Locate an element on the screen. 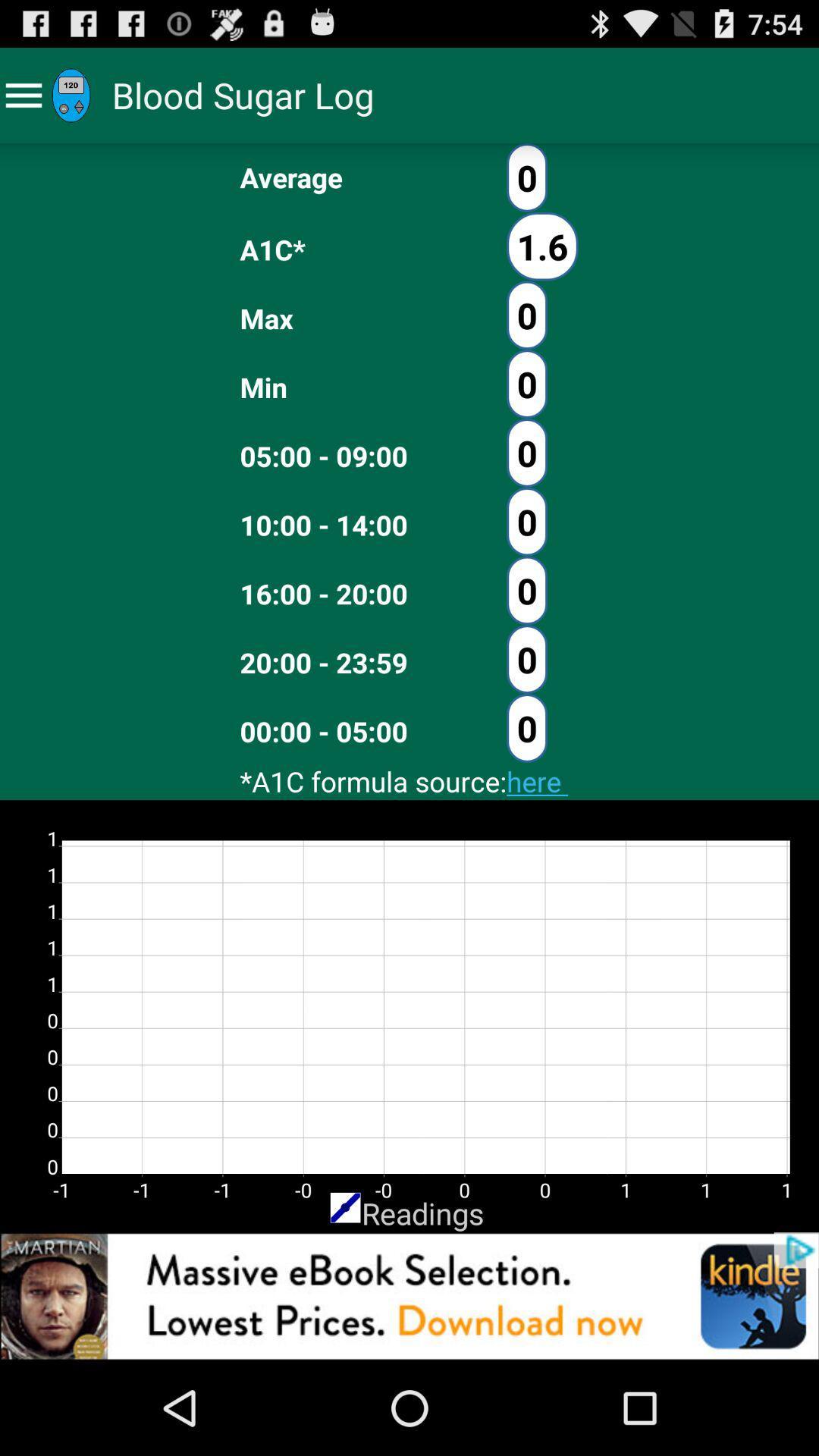 The height and width of the screenshot is (1456, 819). the button which is next to the 0000  0500 is located at coordinates (526, 728).